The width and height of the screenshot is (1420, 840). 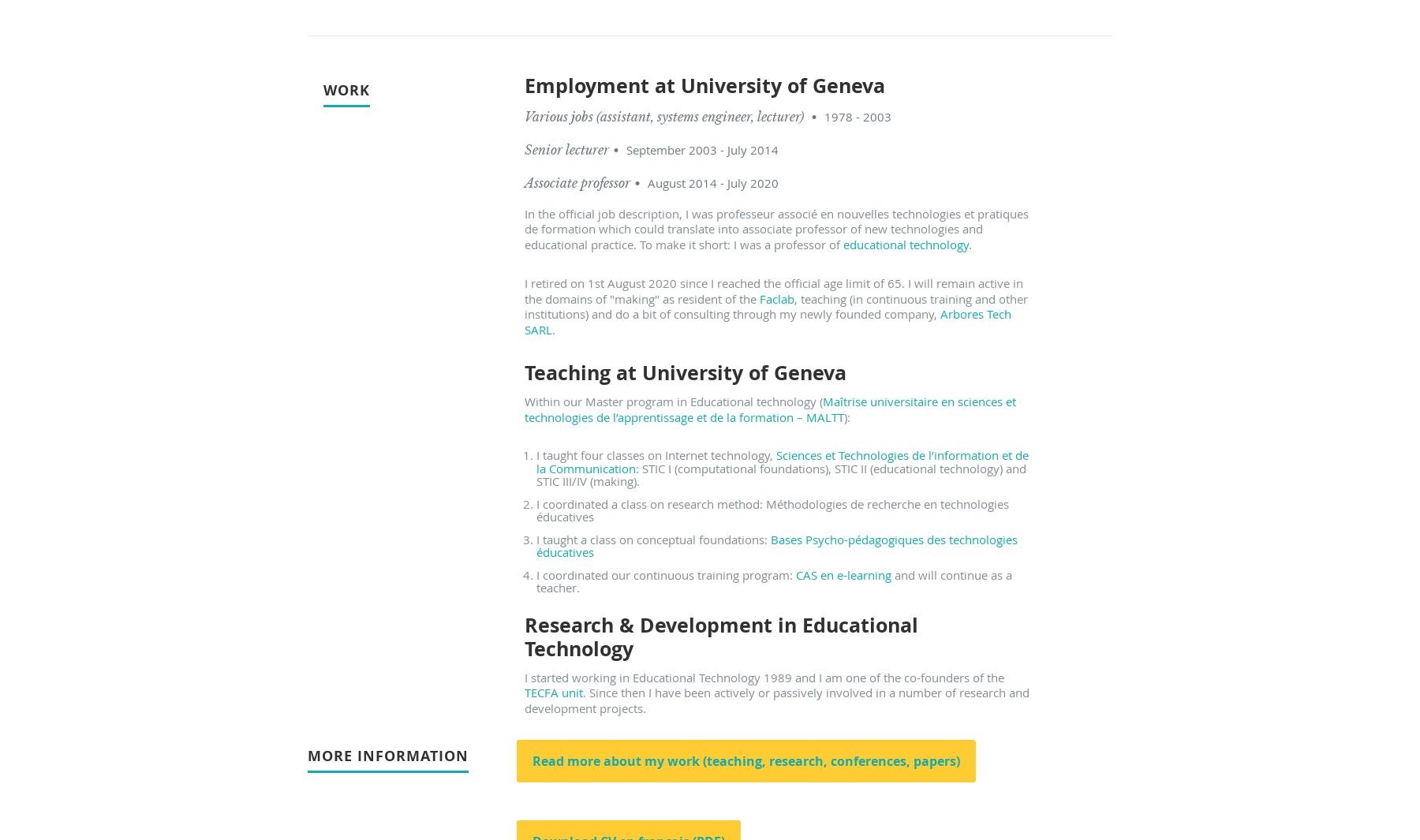 What do you see at coordinates (647, 181) in the screenshot?
I see `'August 2014 - July 2020'` at bounding box center [647, 181].